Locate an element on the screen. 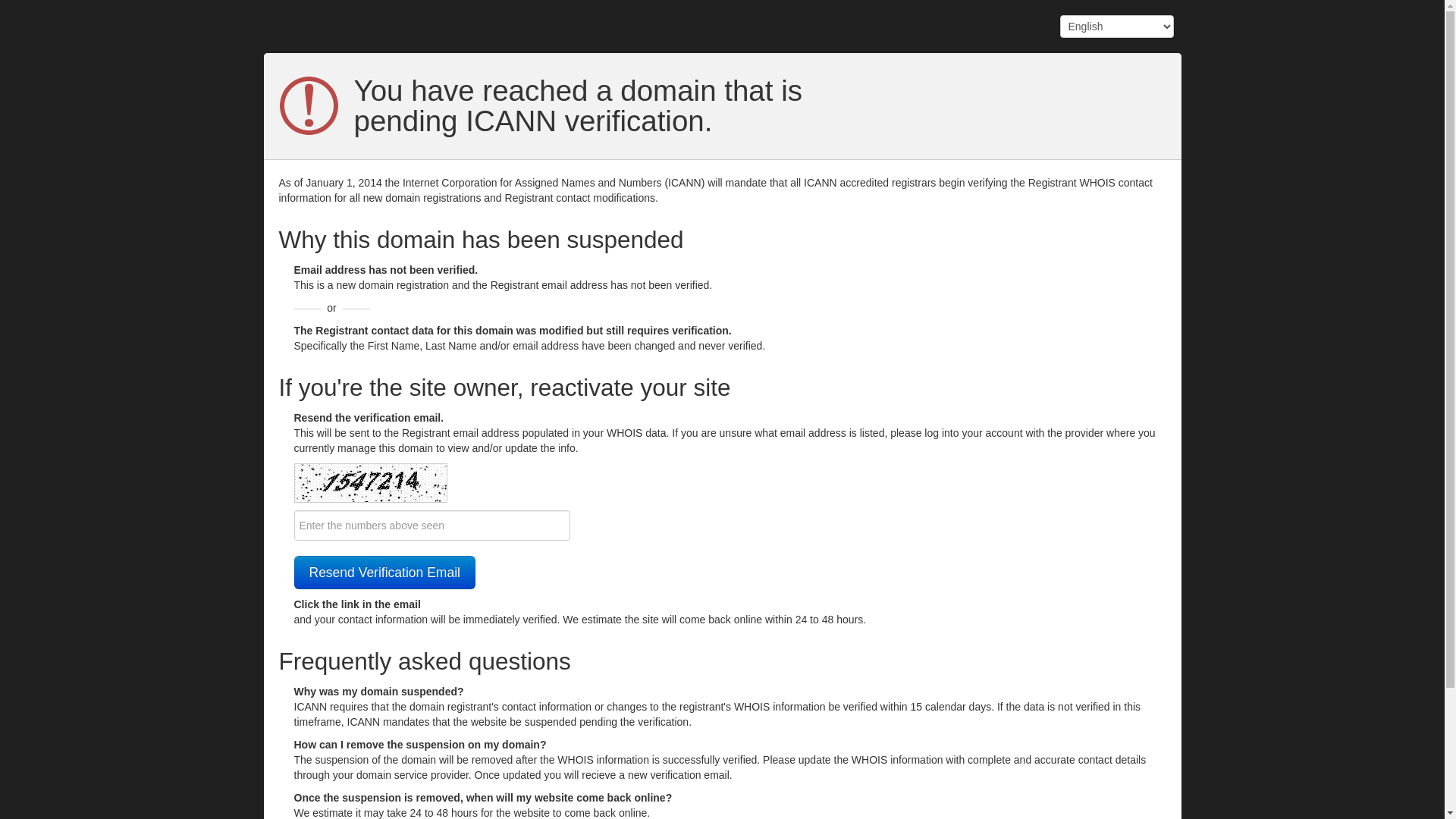 The width and height of the screenshot is (1456, 819). 'Resend Verification Email' is located at coordinates (384, 573).